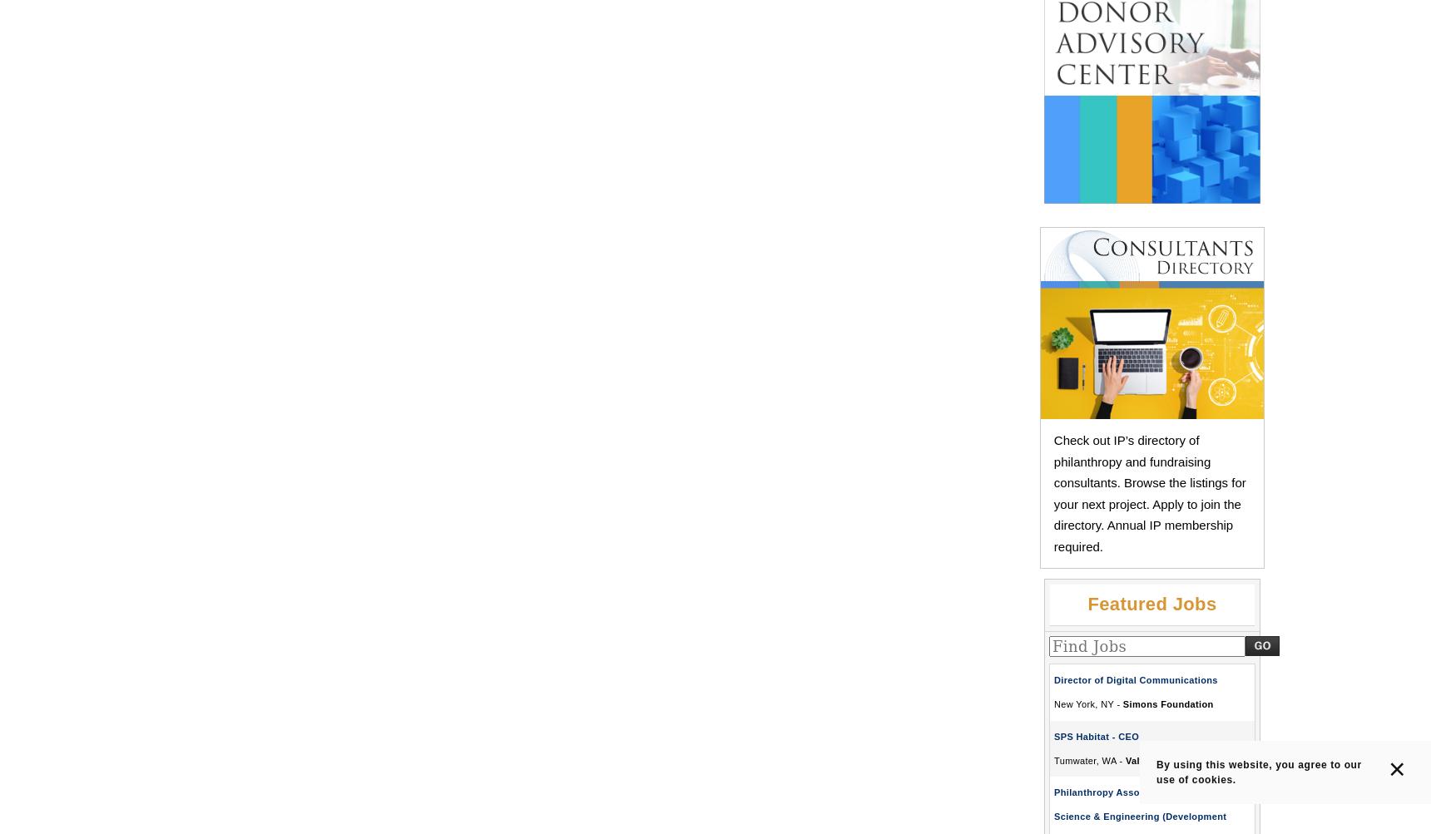 The image size is (1456, 834). What do you see at coordinates (1053, 680) in the screenshot?
I see `'Director of Digital Communications'` at bounding box center [1053, 680].